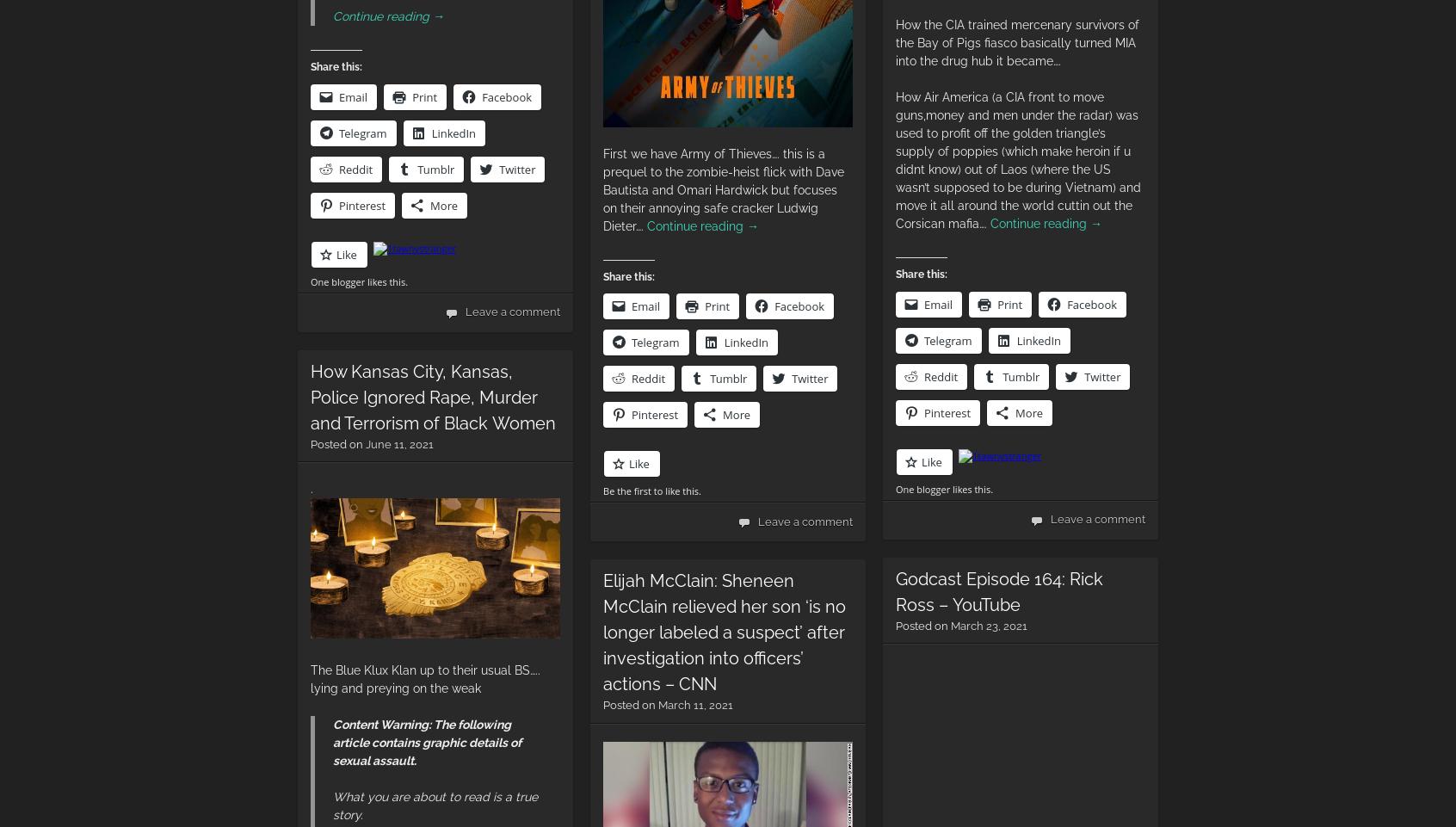  I want to click on 'Godcast Episode 164: Rick Ross – YouTube', so click(998, 590).